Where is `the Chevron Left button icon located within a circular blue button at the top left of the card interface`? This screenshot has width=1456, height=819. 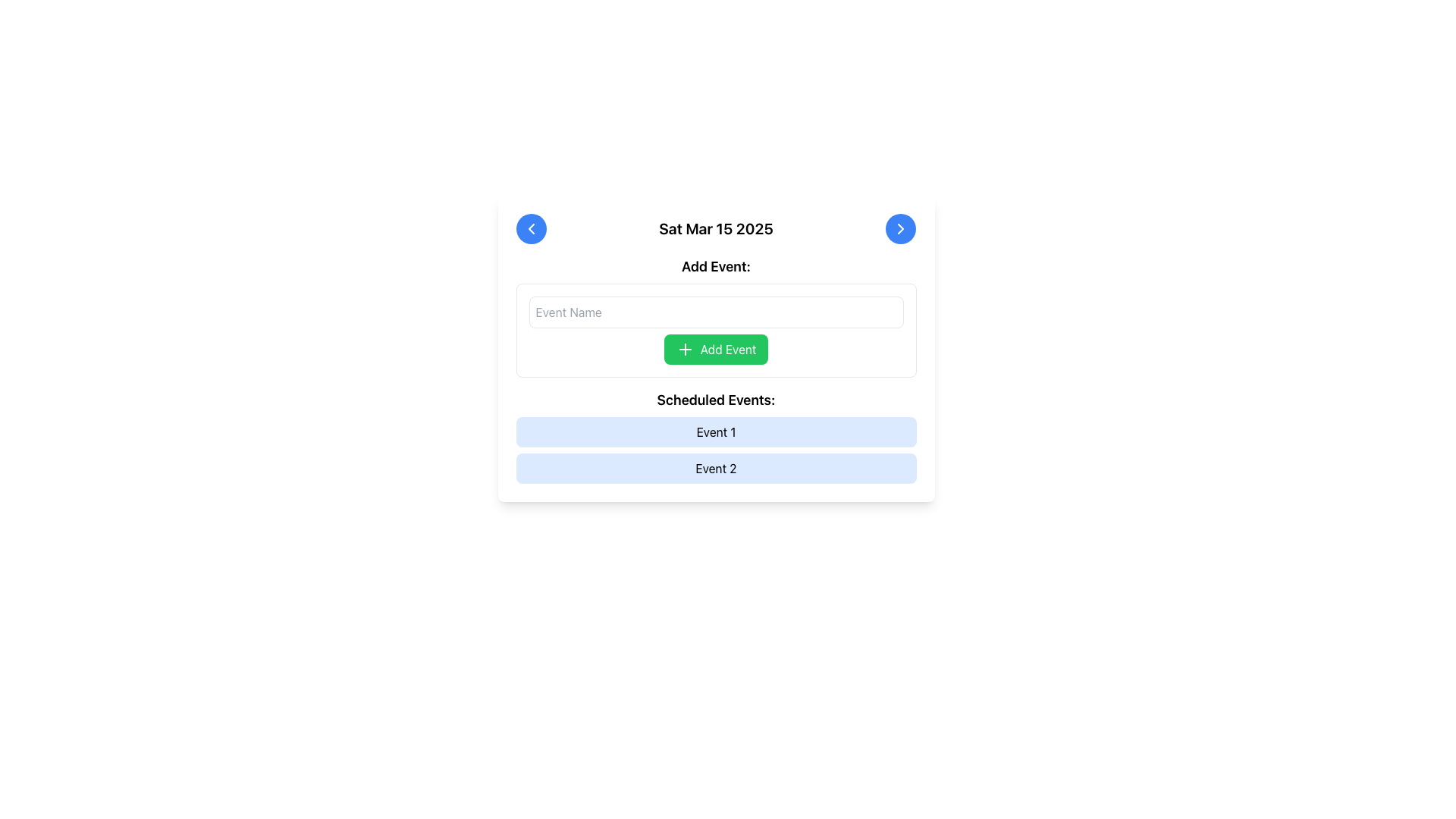
the Chevron Left button icon located within a circular blue button at the top left of the card interface is located at coordinates (531, 228).